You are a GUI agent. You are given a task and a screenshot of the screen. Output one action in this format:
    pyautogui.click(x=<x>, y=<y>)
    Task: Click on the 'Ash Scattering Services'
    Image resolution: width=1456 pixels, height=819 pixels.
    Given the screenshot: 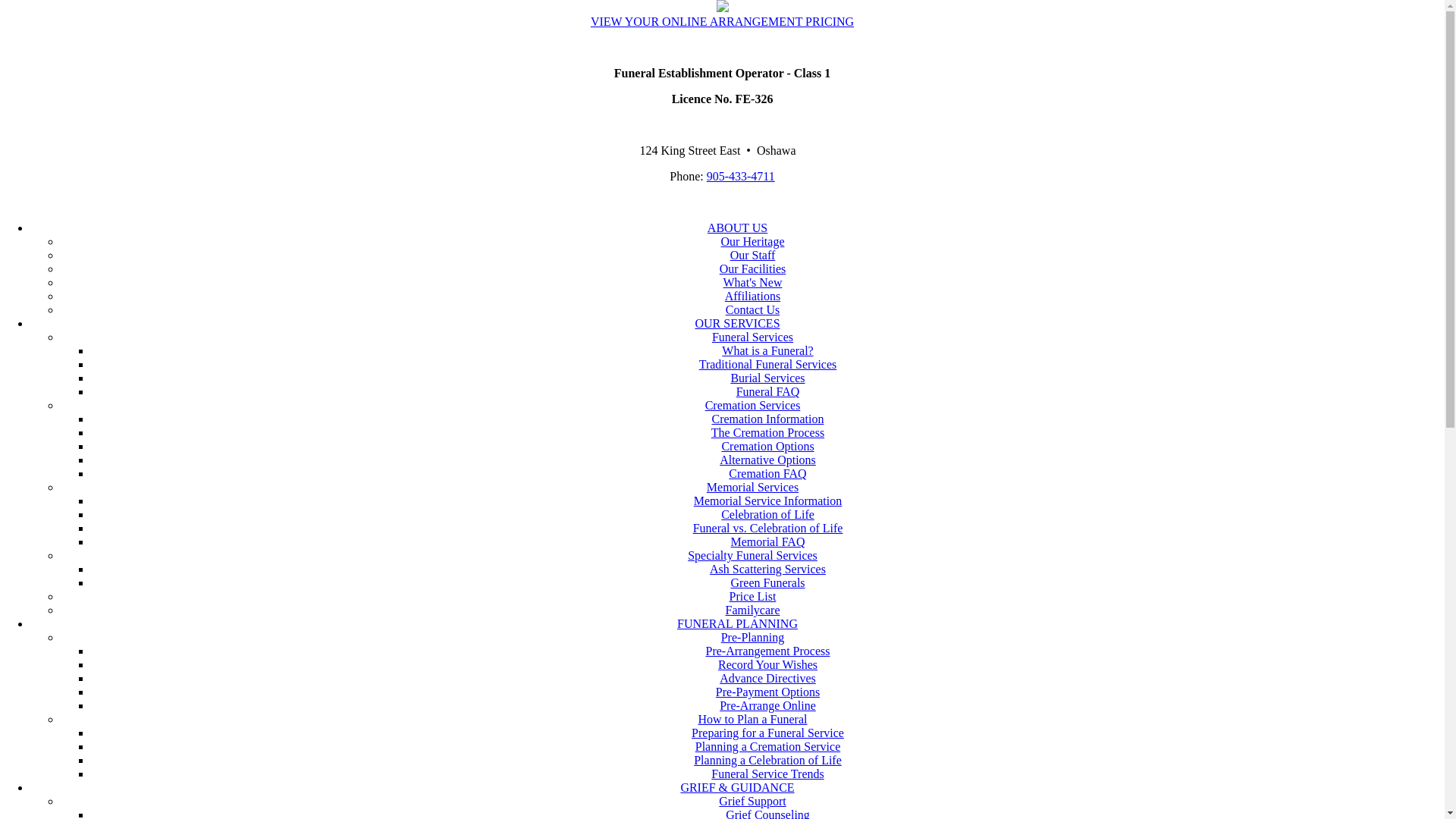 What is the action you would take?
    pyautogui.click(x=767, y=569)
    